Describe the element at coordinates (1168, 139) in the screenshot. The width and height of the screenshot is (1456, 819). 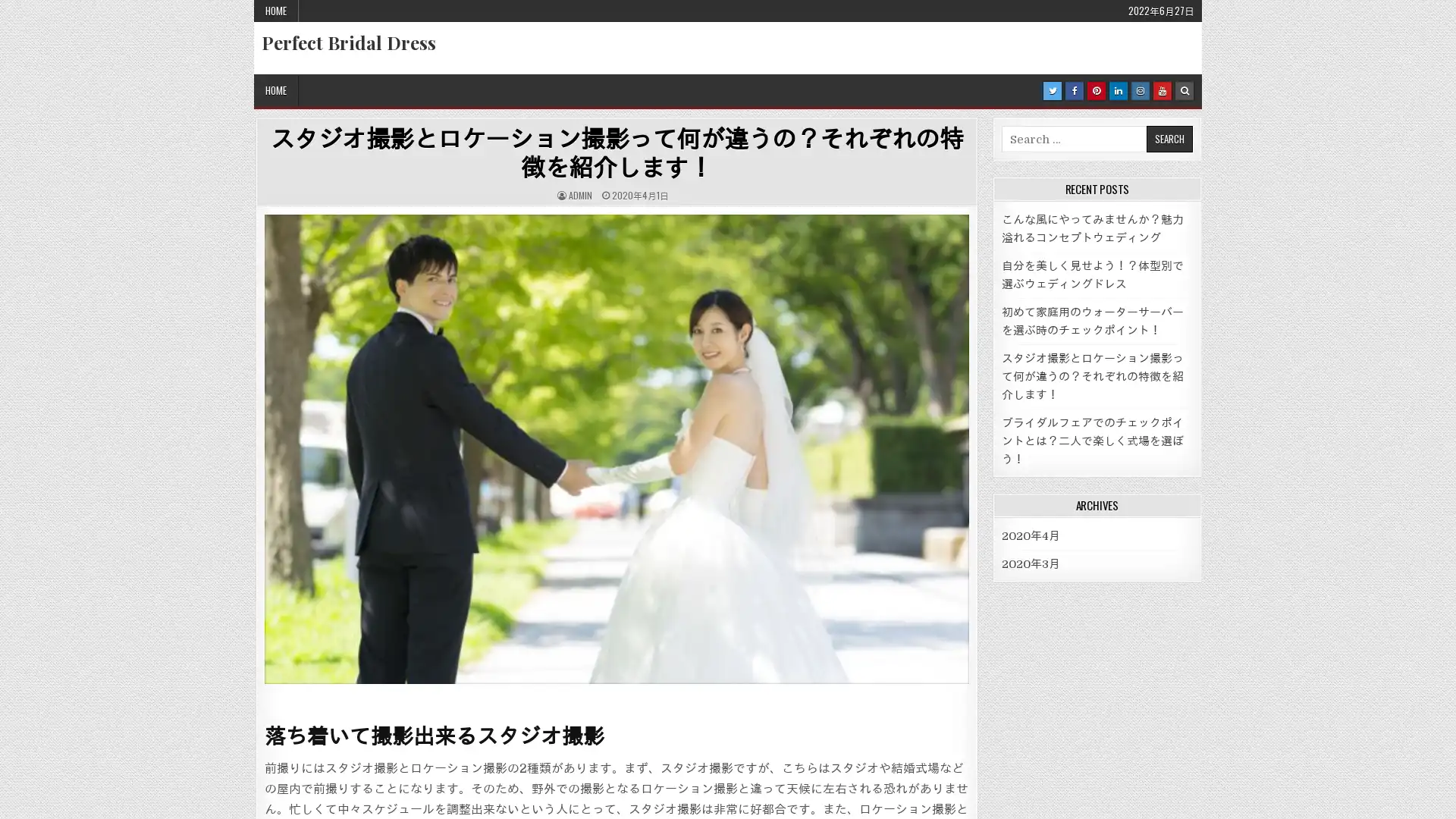
I see `Search` at that location.